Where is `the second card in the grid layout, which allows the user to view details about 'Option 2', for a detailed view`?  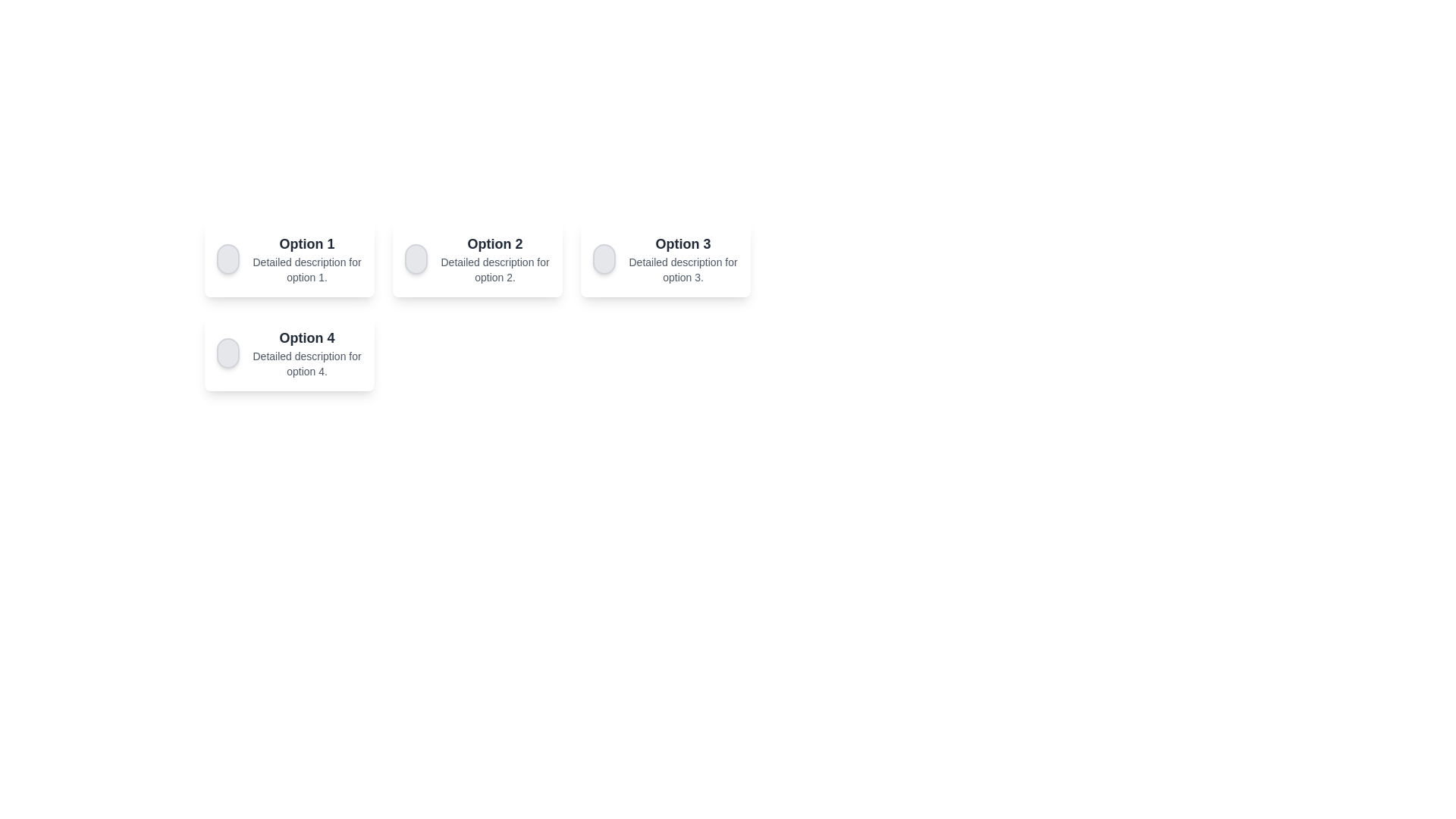
the second card in the grid layout, which allows the user to view details about 'Option 2', for a detailed view is located at coordinates (476, 259).